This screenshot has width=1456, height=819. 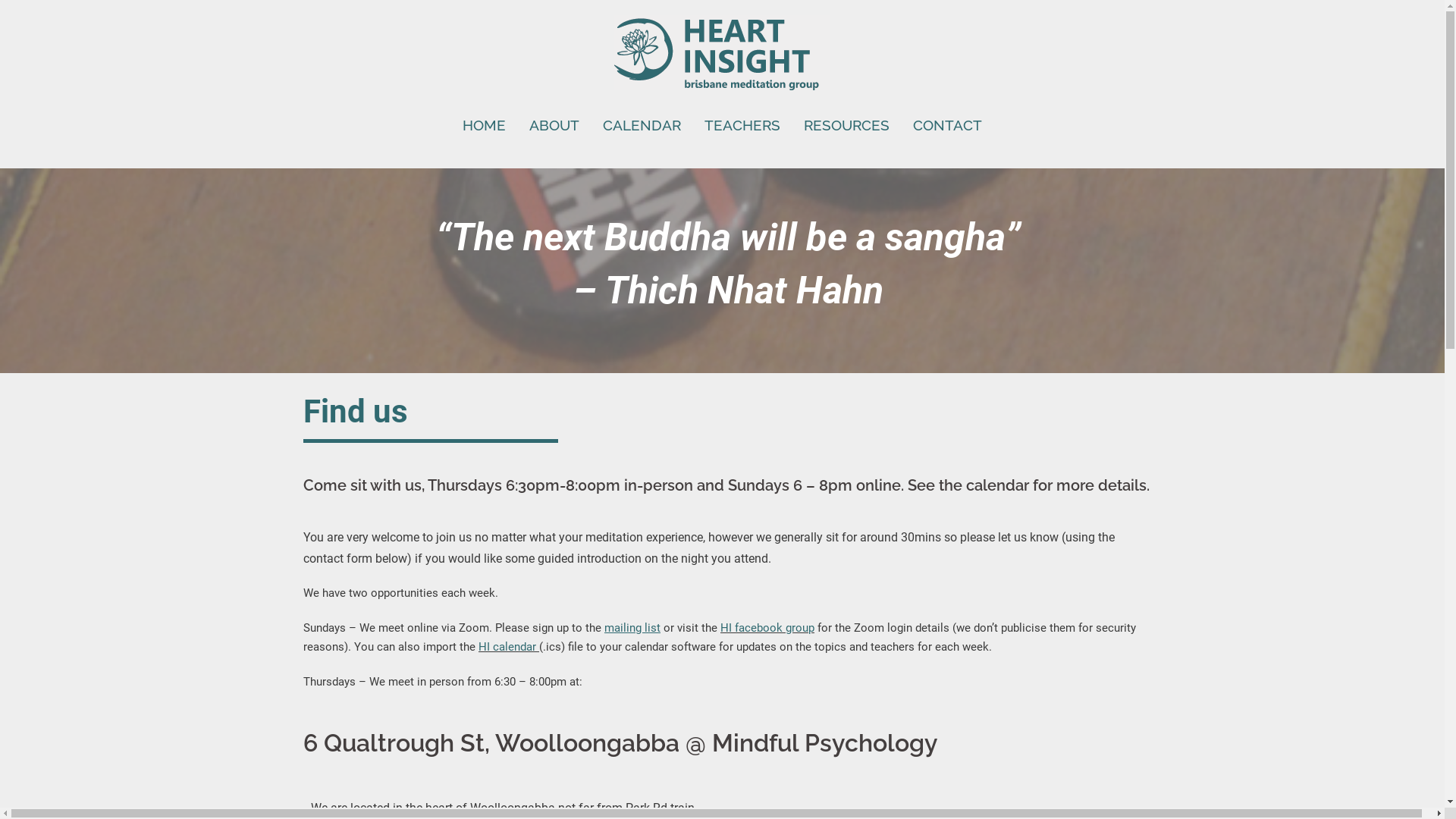 I want to click on 'HI calendar', so click(x=507, y=646).